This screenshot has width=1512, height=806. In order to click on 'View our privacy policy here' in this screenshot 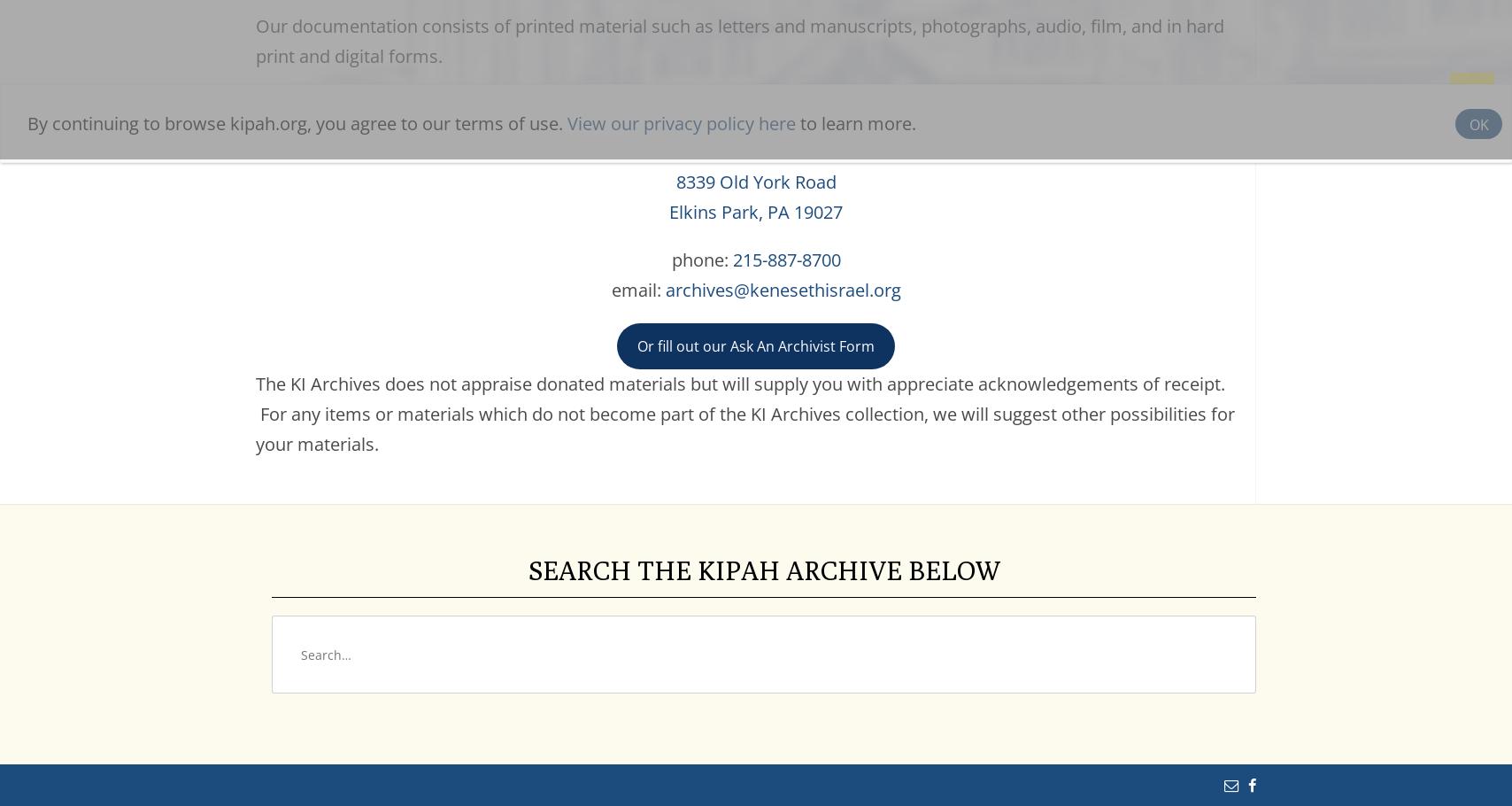, I will do `click(681, 119)`.